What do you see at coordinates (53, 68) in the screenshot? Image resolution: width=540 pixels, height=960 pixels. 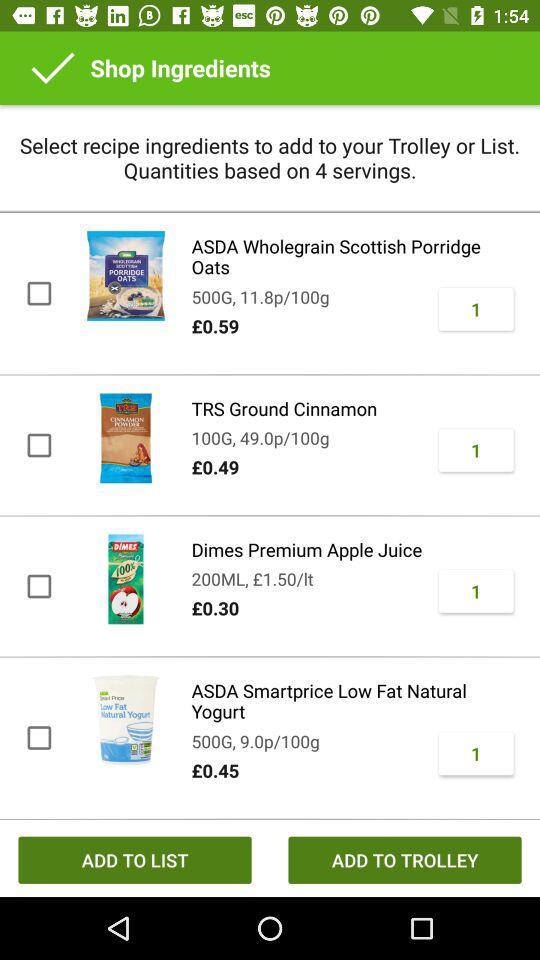 I see `icon above the select recipe ingredients item` at bounding box center [53, 68].